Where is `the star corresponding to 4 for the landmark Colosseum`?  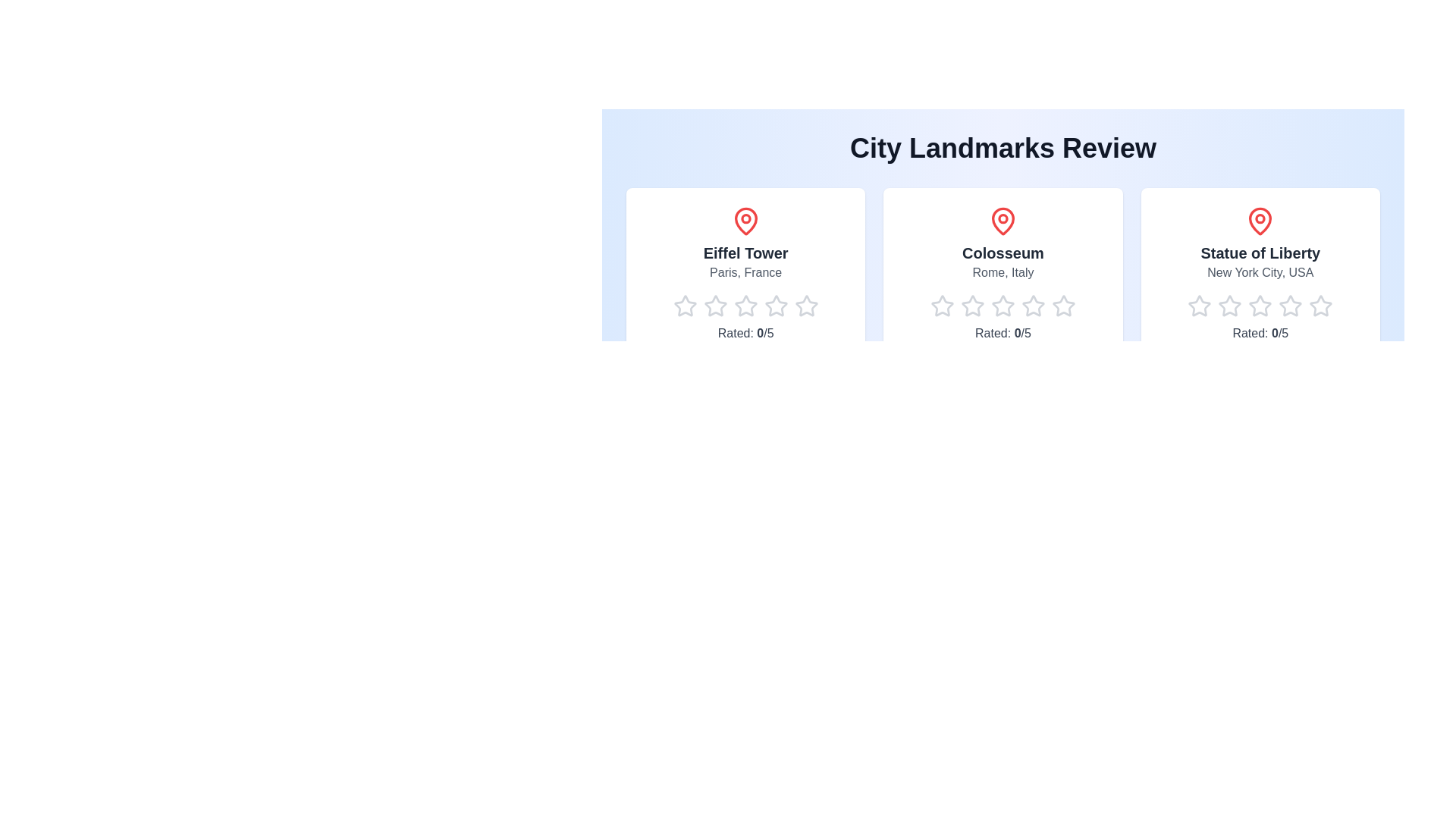
the star corresponding to 4 for the landmark Colosseum is located at coordinates (1021, 306).